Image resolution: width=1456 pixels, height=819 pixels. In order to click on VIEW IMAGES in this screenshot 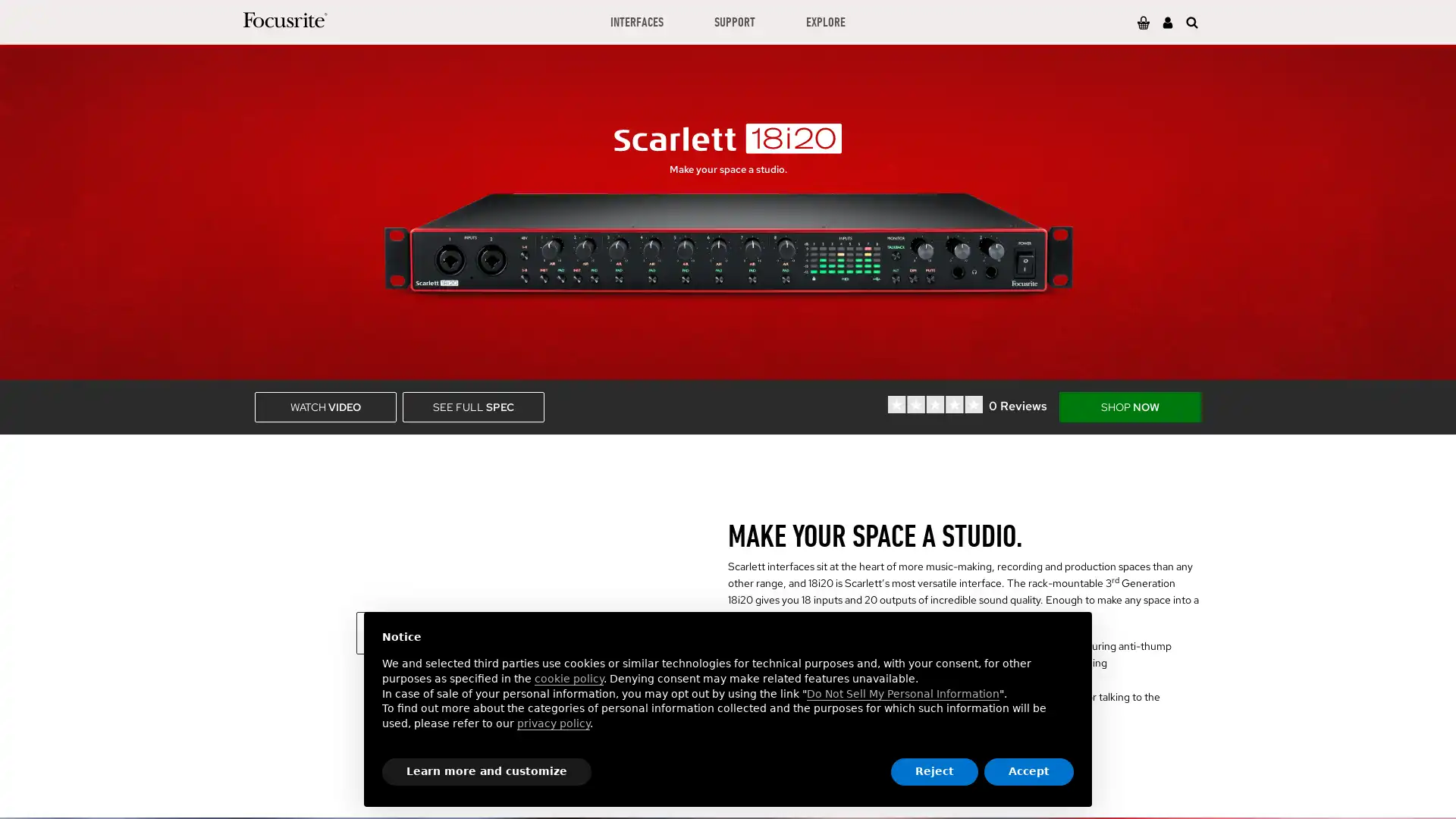, I will do `click(446, 632)`.